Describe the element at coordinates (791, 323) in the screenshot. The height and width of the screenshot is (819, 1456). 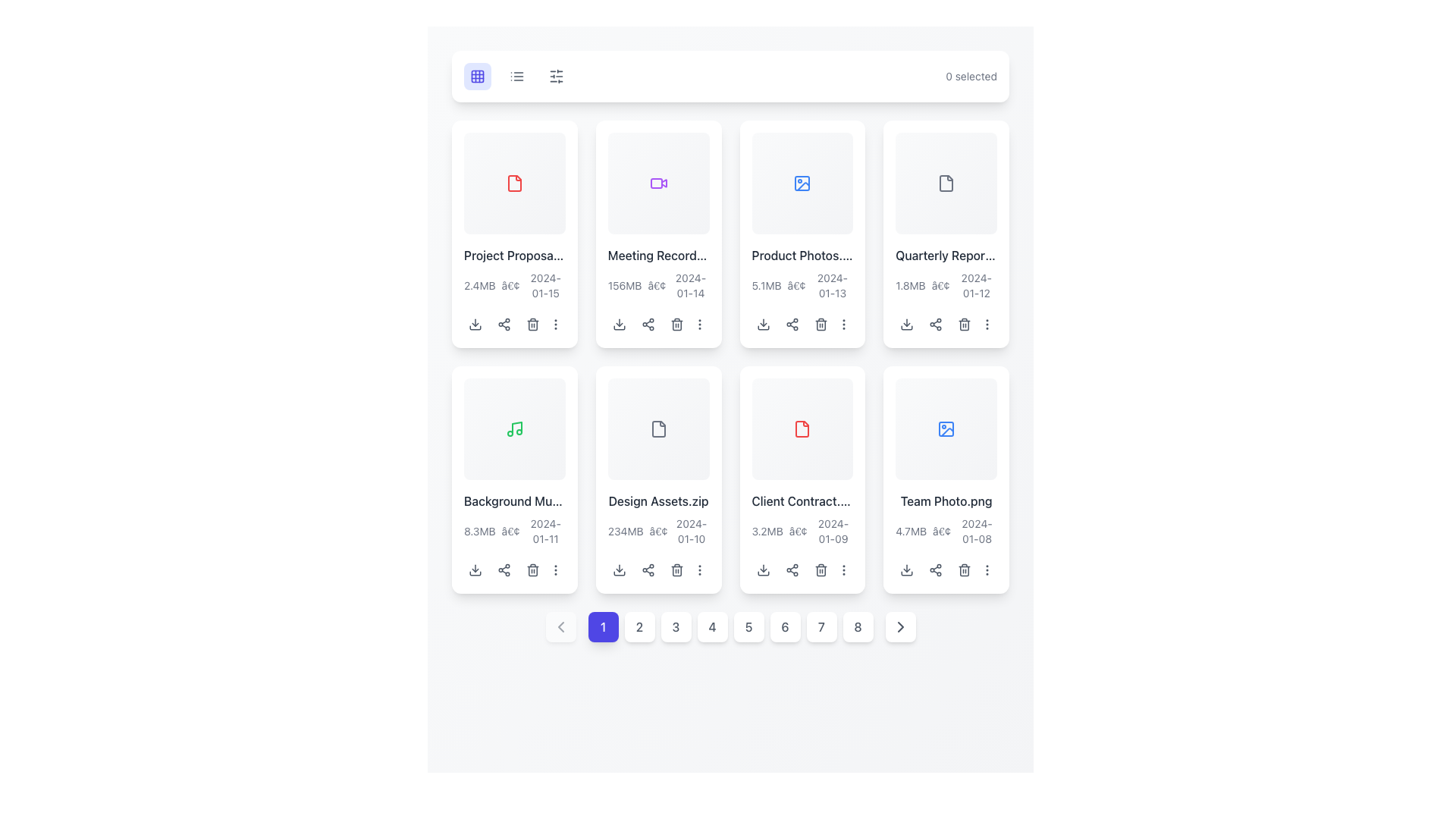
I see `the share button located below the 'Product Photos' card in the second row and third column of the grid layout to initiate sharing` at that location.